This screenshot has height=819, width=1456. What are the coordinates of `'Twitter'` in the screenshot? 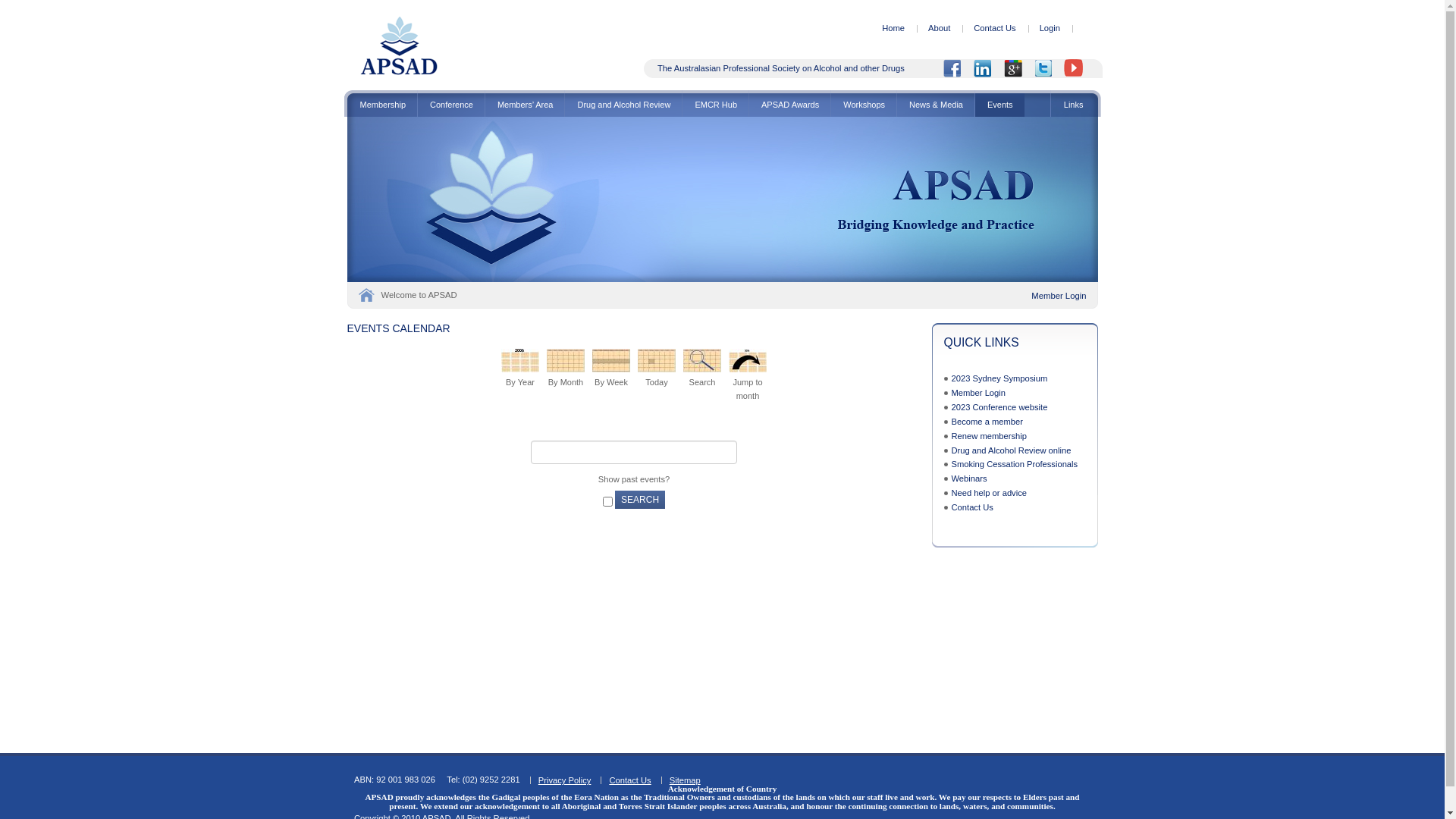 It's located at (1047, 68).